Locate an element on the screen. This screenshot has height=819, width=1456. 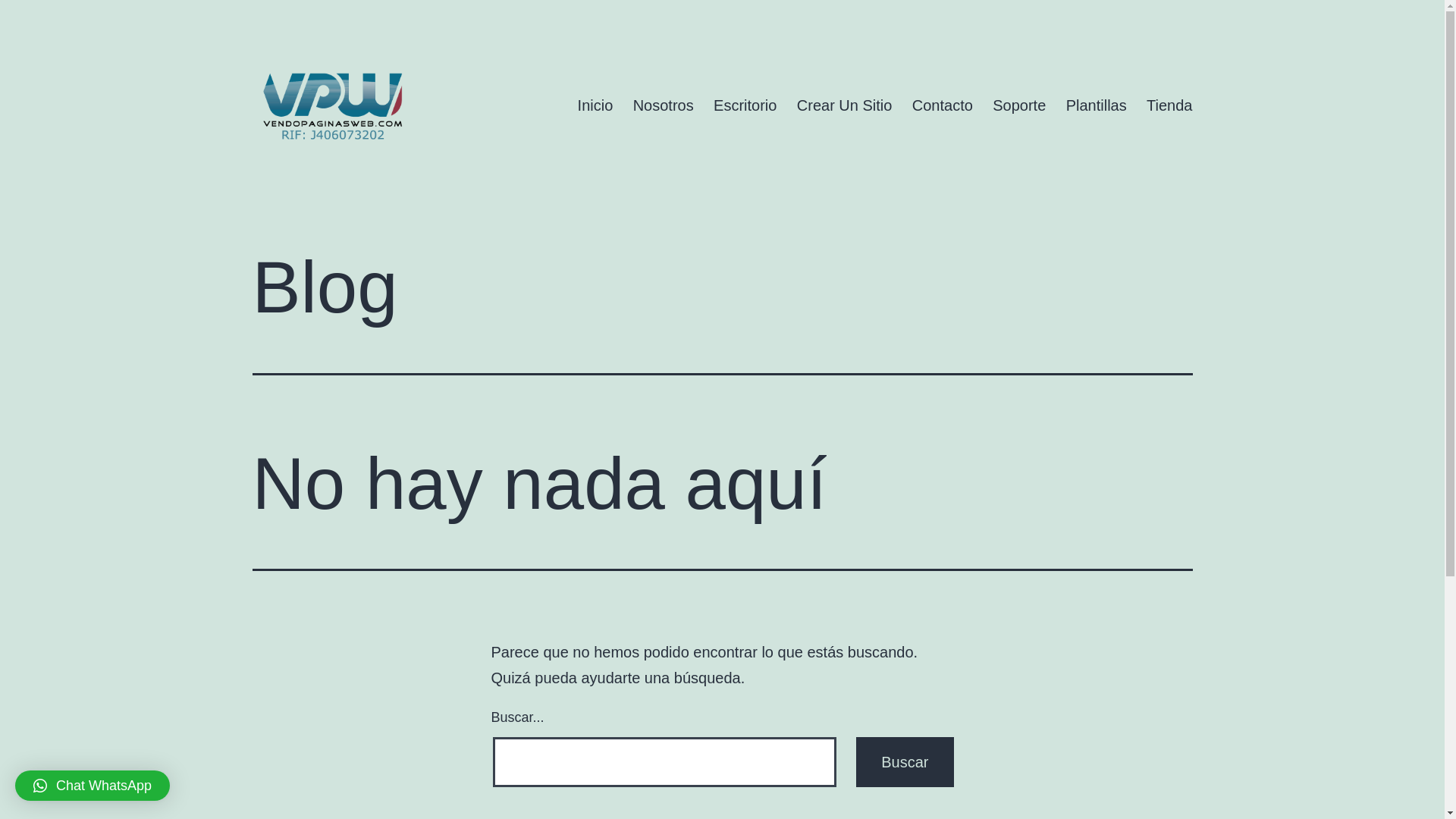
'Plantillas' is located at coordinates (1055, 104).